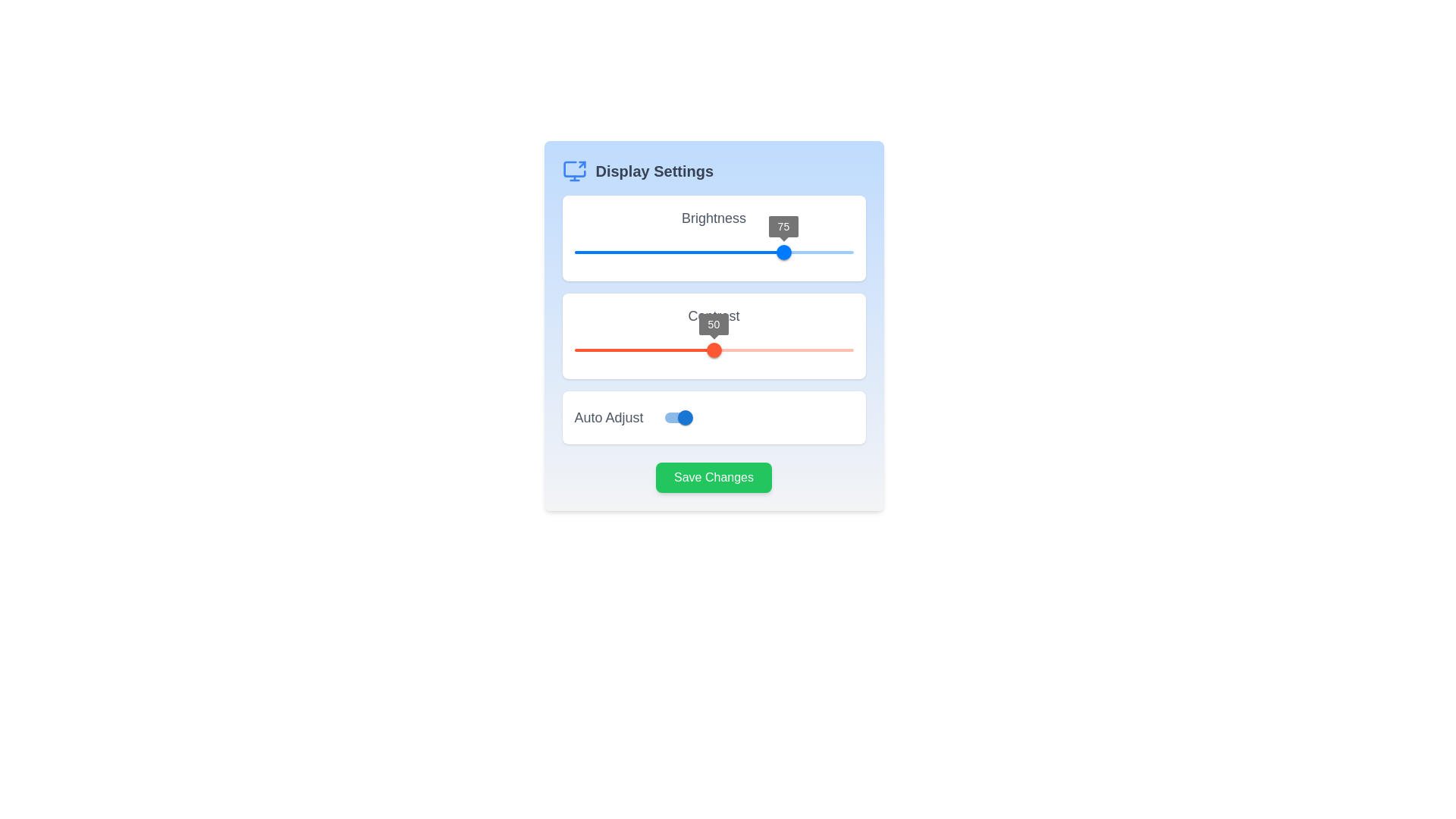 The image size is (1456, 819). Describe the element at coordinates (821, 251) in the screenshot. I see `the brightness slider` at that location.